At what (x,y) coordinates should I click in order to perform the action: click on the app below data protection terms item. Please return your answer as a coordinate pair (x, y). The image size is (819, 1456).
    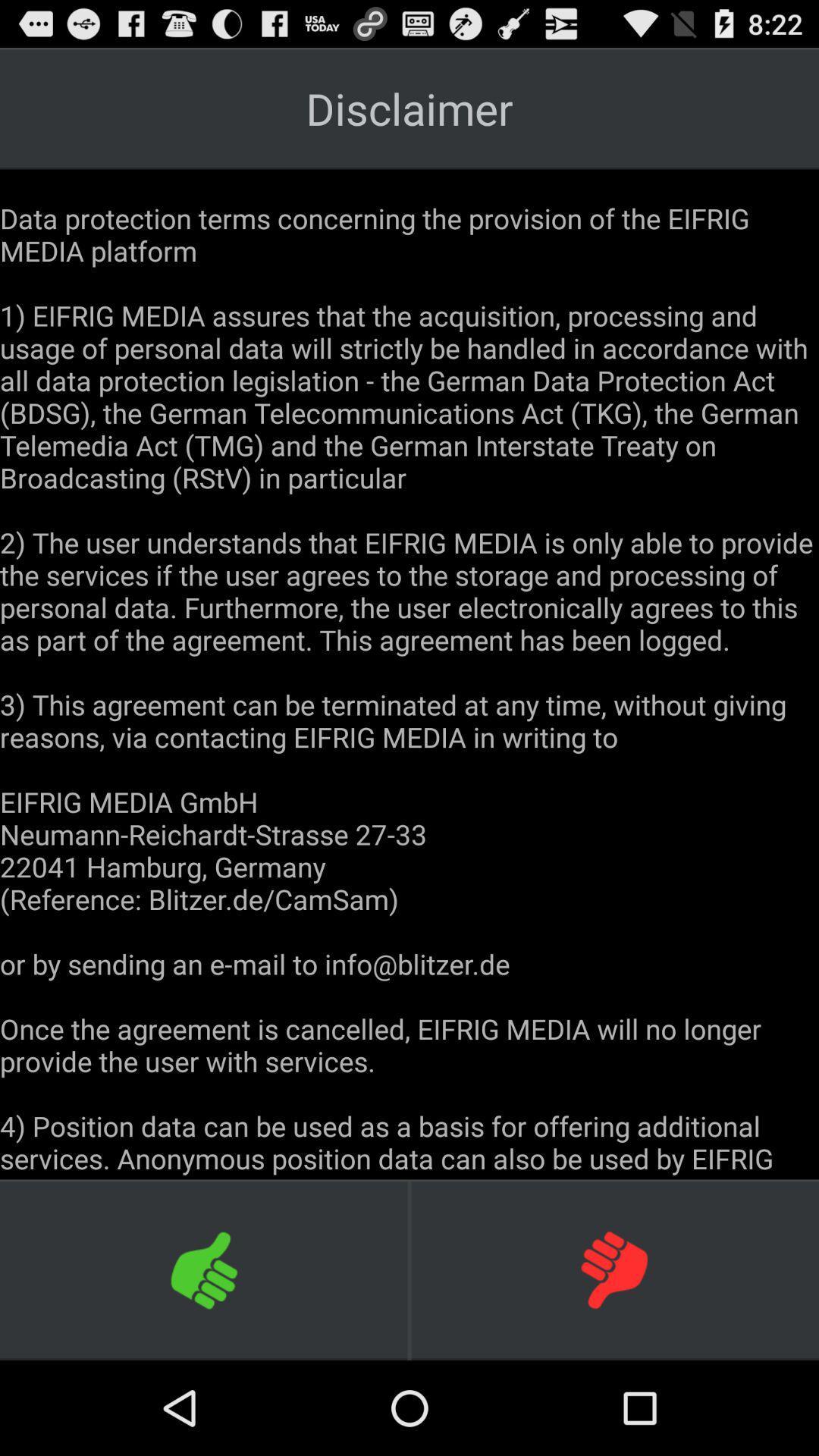
    Looking at the image, I should click on (205, 1269).